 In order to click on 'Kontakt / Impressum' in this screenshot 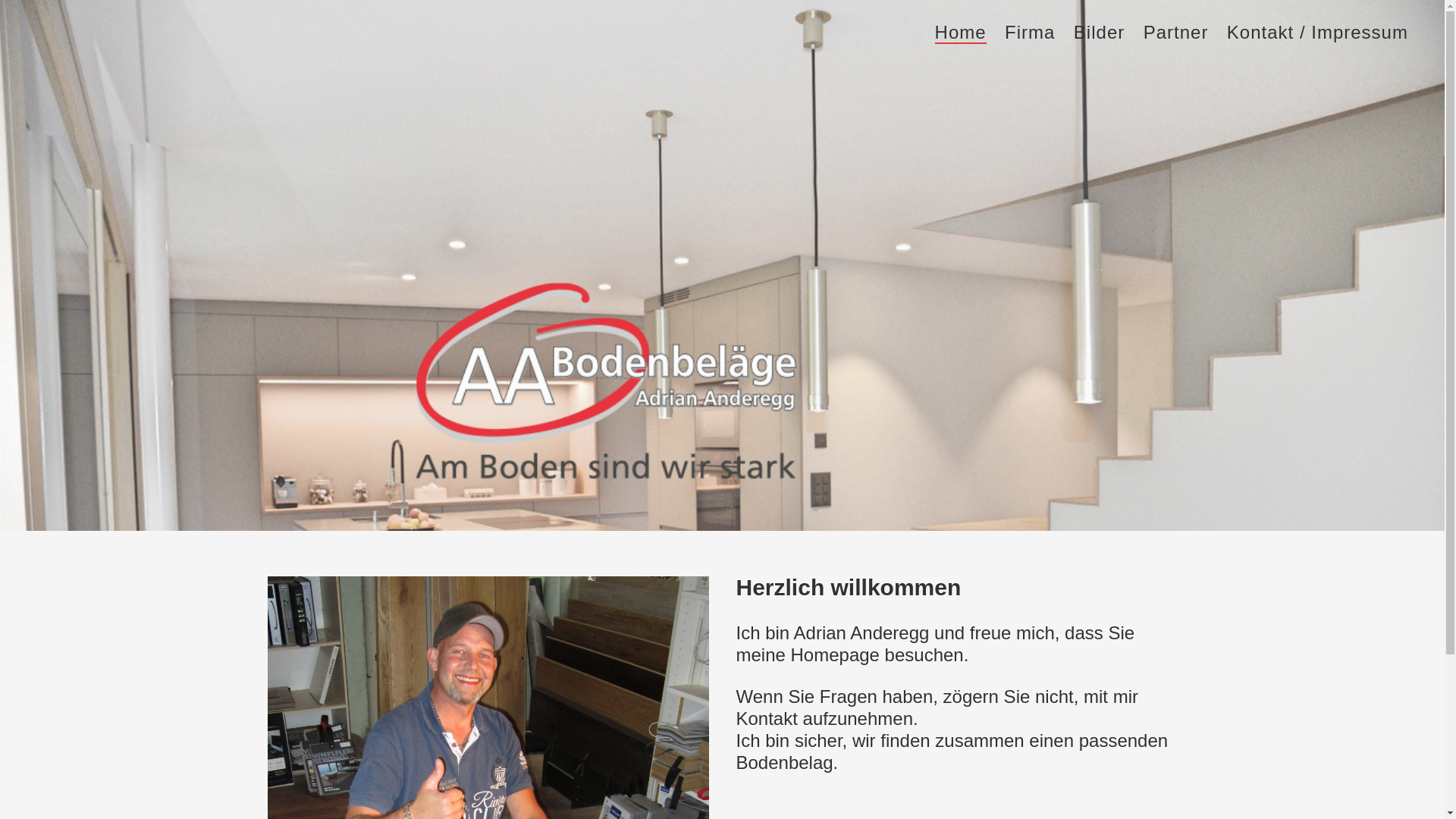, I will do `click(1316, 33)`.